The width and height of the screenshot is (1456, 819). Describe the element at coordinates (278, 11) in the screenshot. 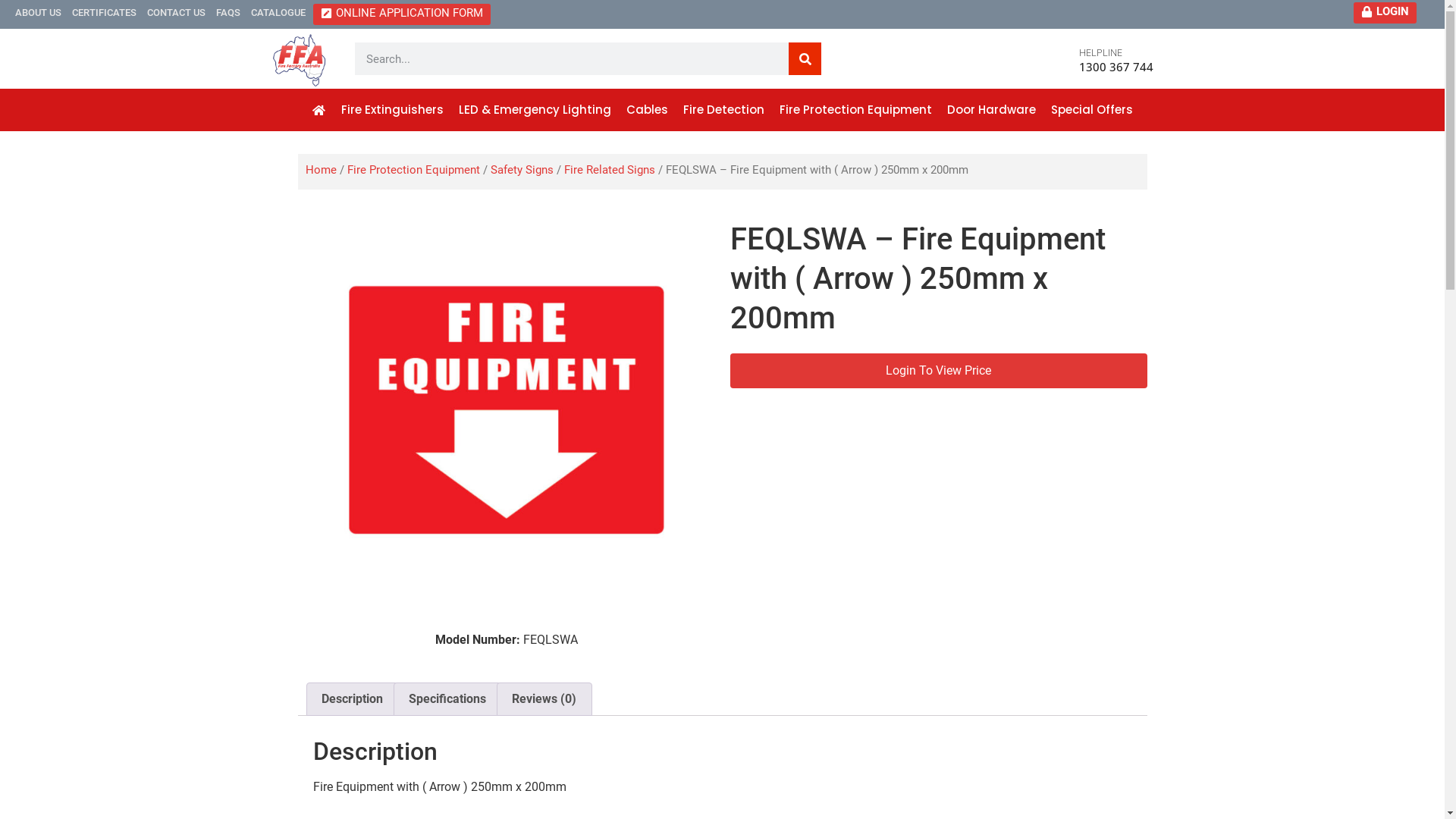

I see `'CATALOGUE'` at that location.